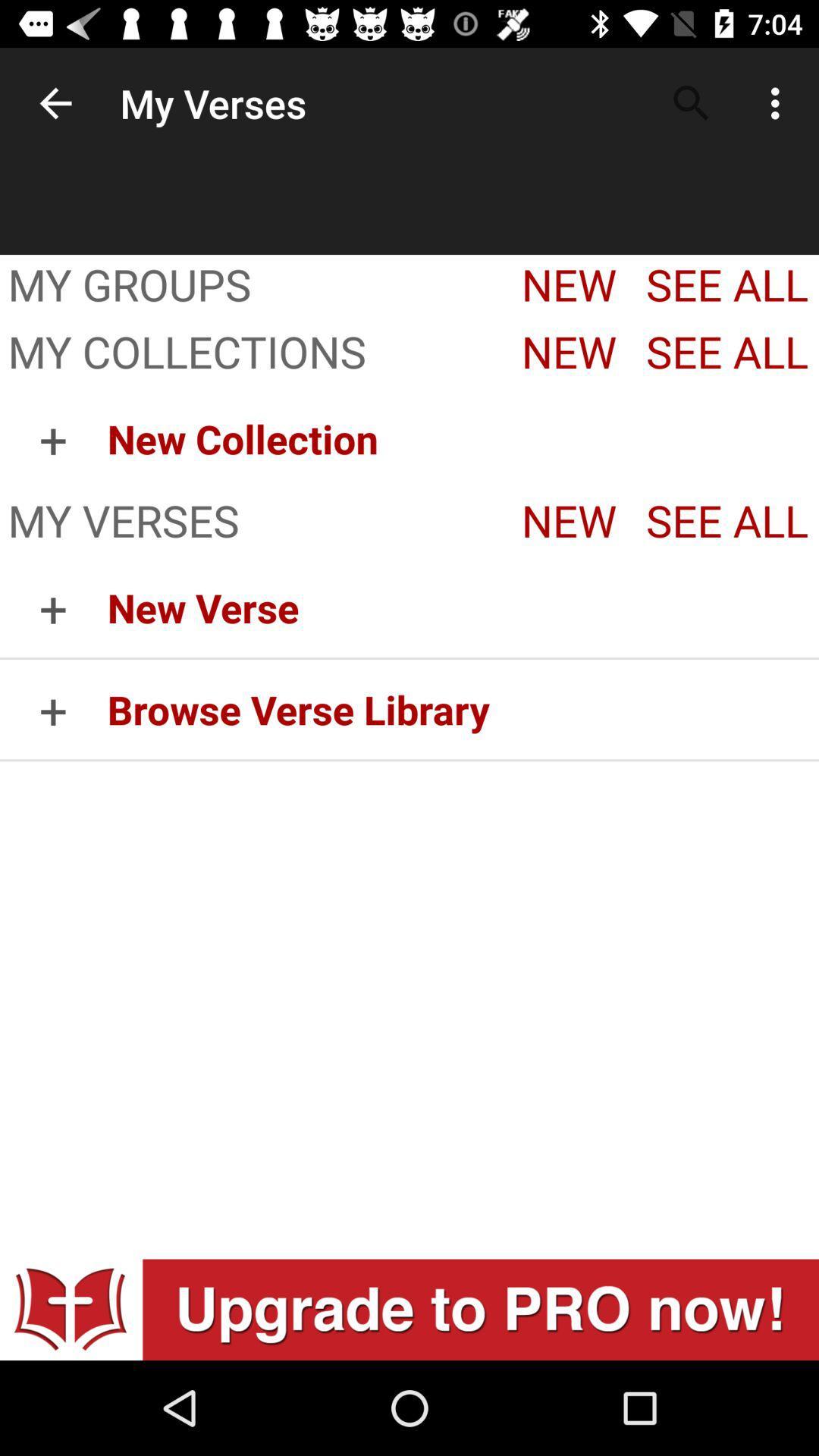 This screenshot has width=819, height=1456. I want to click on the text right to text my groups, so click(564, 287).